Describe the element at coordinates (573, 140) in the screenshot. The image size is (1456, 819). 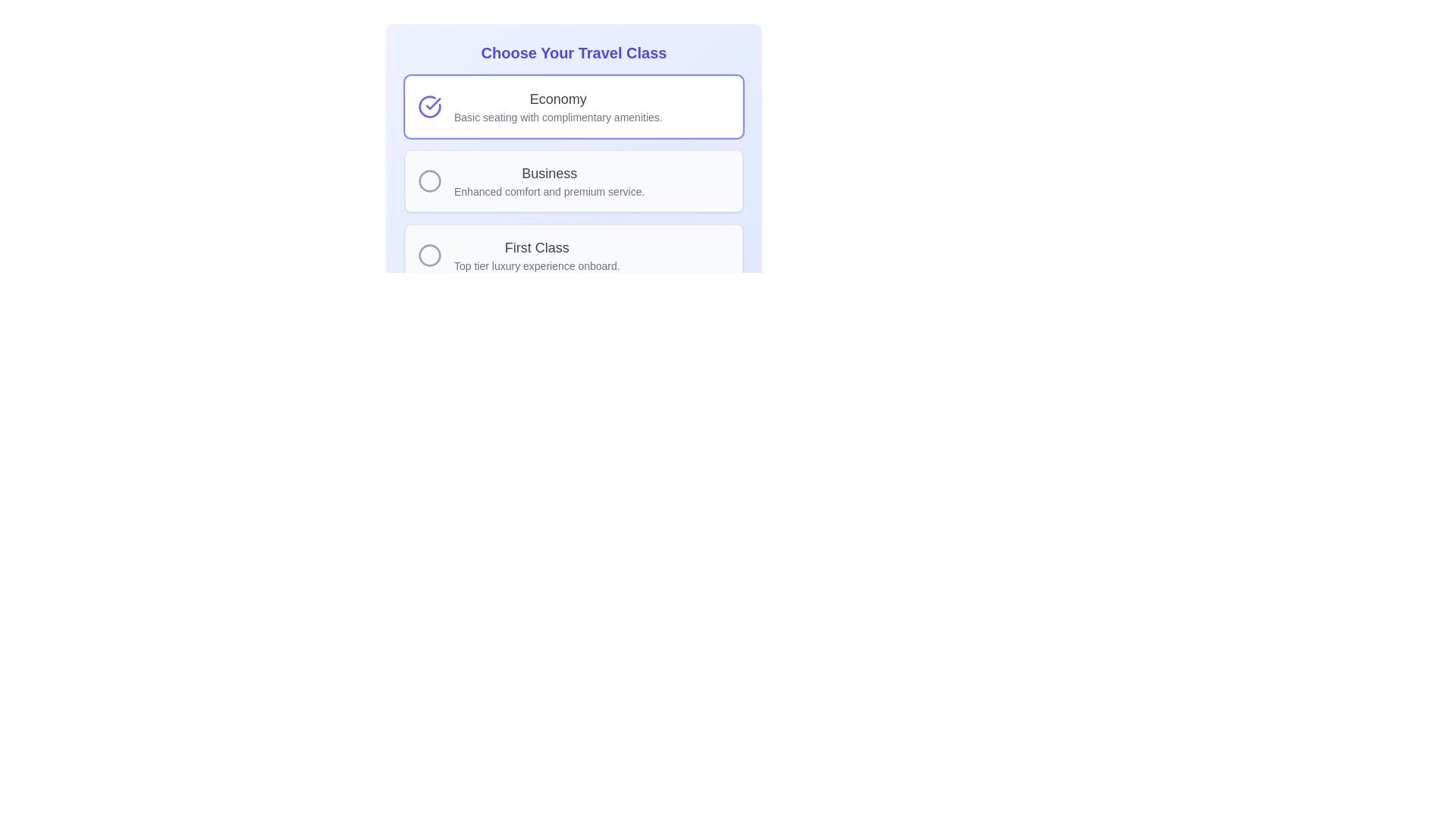
I see `the travel class selection interface` at that location.